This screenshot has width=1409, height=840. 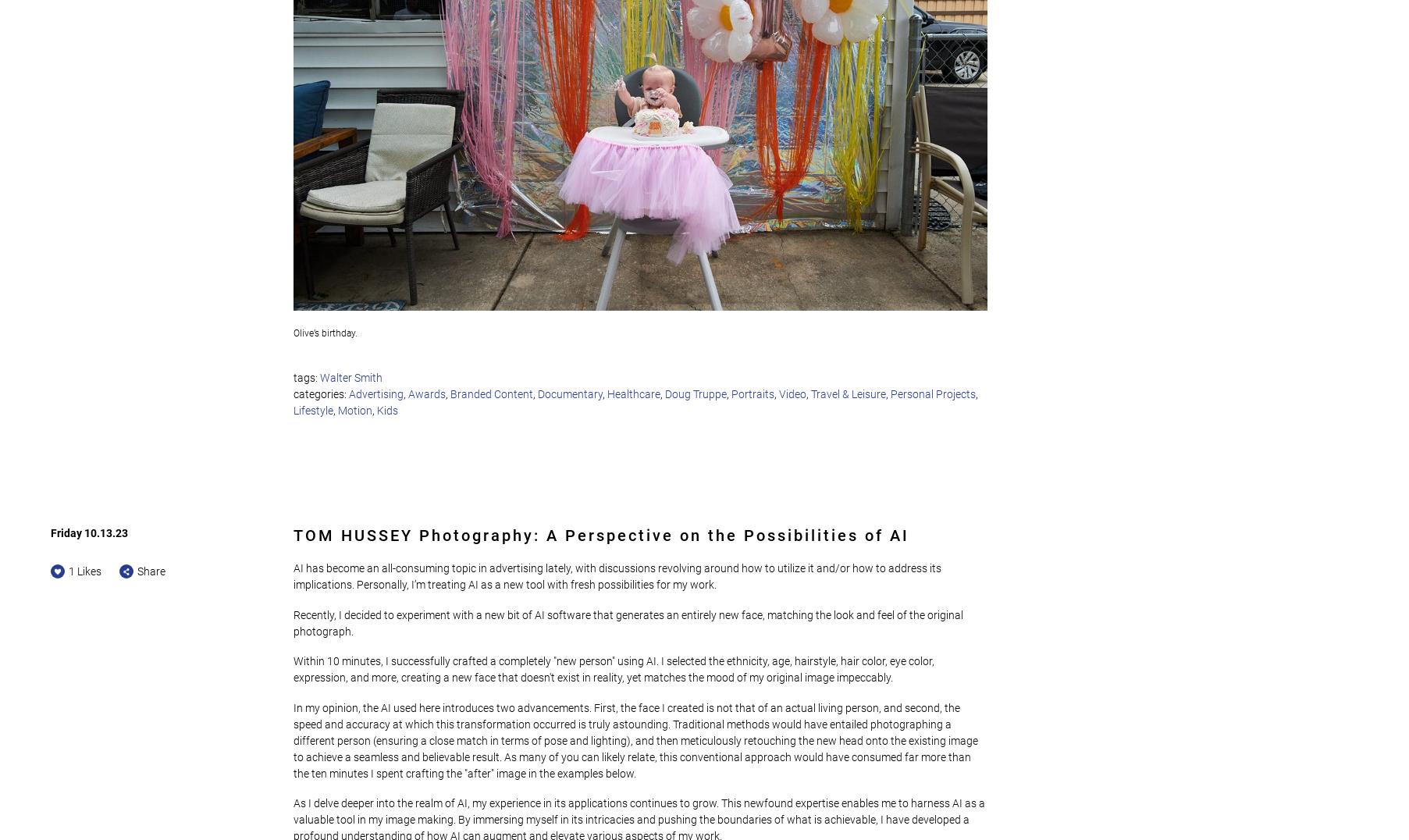 What do you see at coordinates (293, 332) in the screenshot?
I see `'Olive’s birthday.'` at bounding box center [293, 332].